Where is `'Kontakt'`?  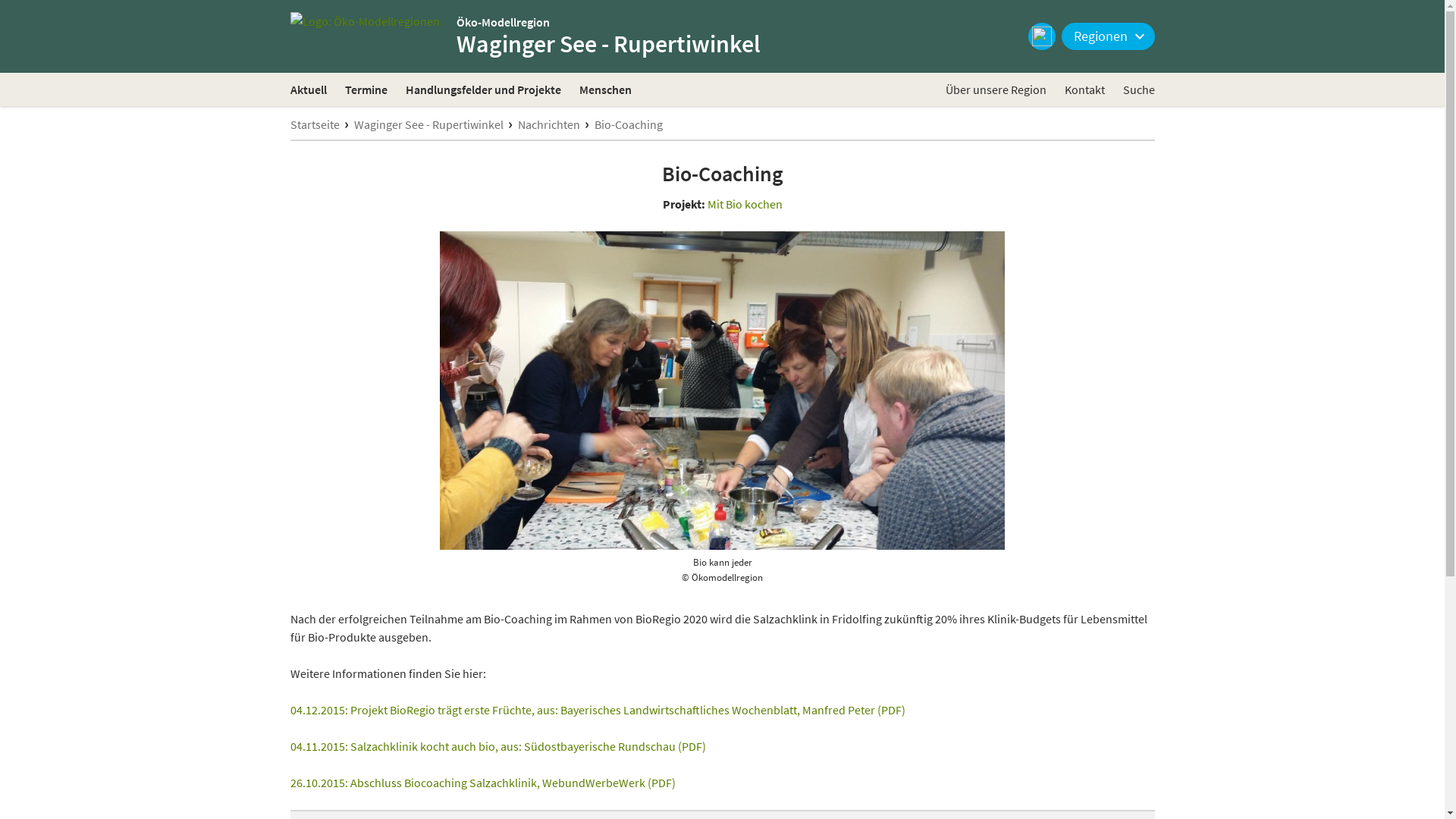 'Kontakt' is located at coordinates (1084, 89).